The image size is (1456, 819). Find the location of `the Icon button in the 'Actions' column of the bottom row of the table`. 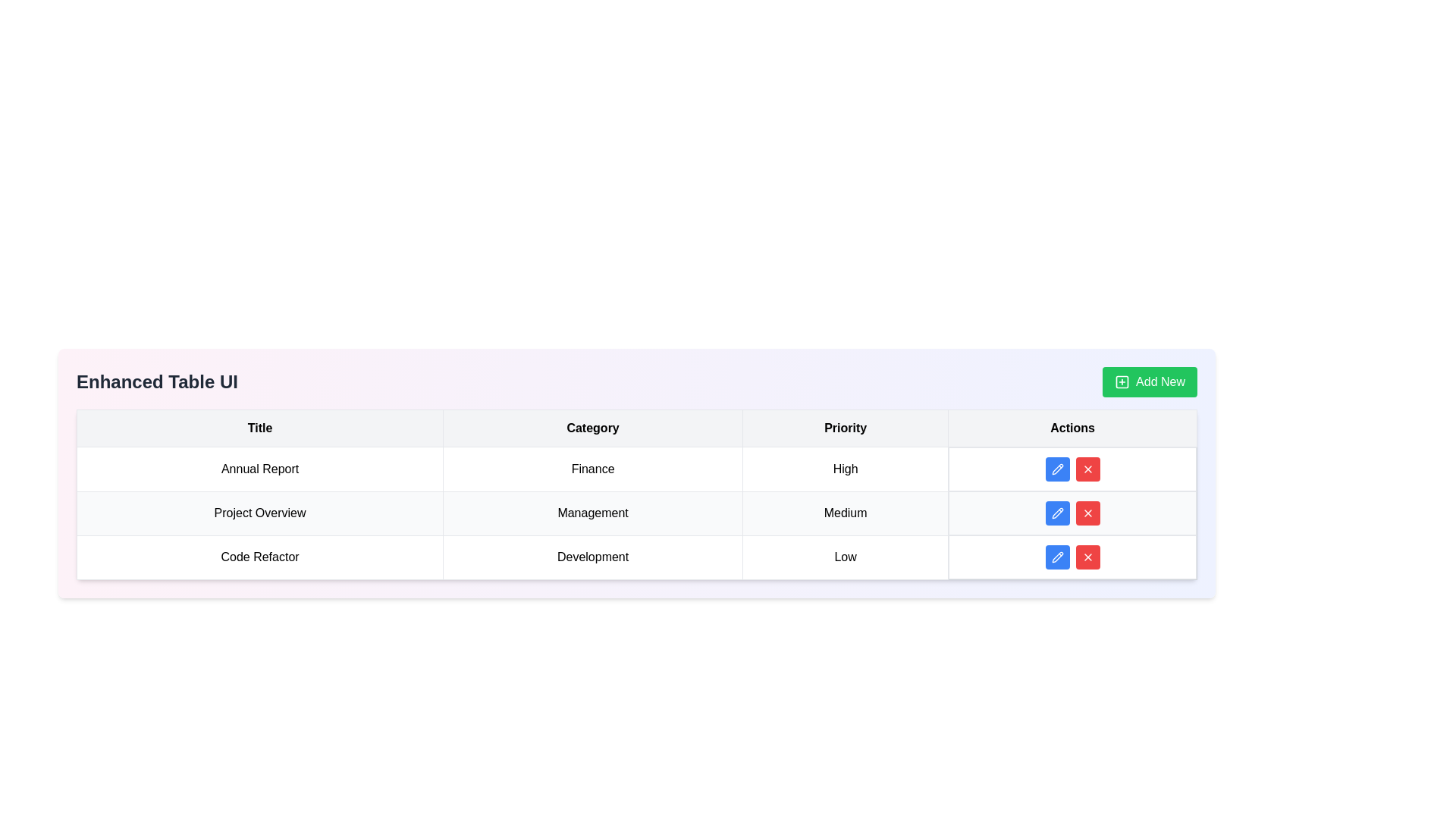

the Icon button in the 'Actions' column of the bottom row of the table is located at coordinates (1056, 513).